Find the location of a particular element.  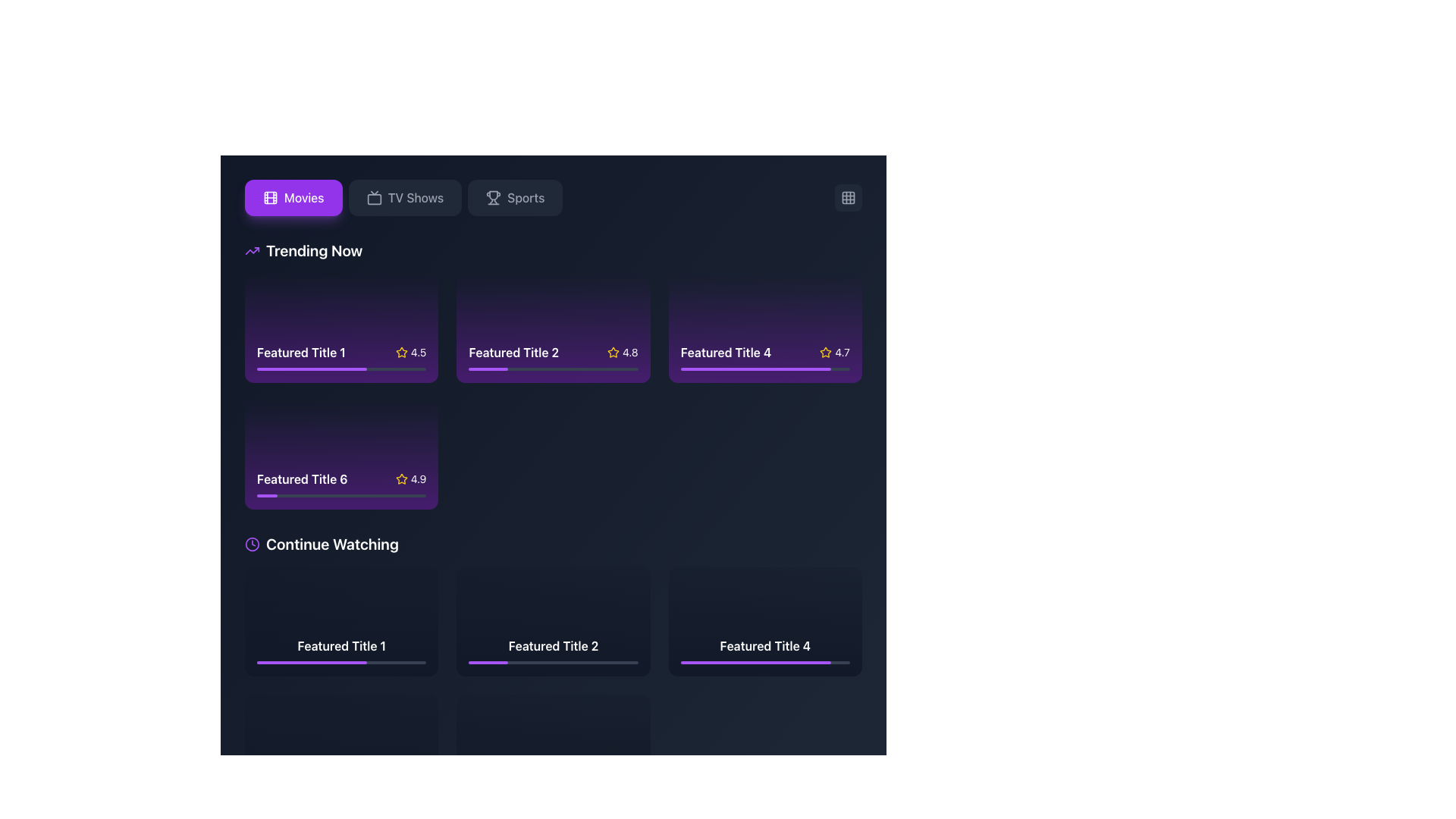

the progress bar located beneath the text 'Featured Title 4', which displays the progress of related content is located at coordinates (765, 661).